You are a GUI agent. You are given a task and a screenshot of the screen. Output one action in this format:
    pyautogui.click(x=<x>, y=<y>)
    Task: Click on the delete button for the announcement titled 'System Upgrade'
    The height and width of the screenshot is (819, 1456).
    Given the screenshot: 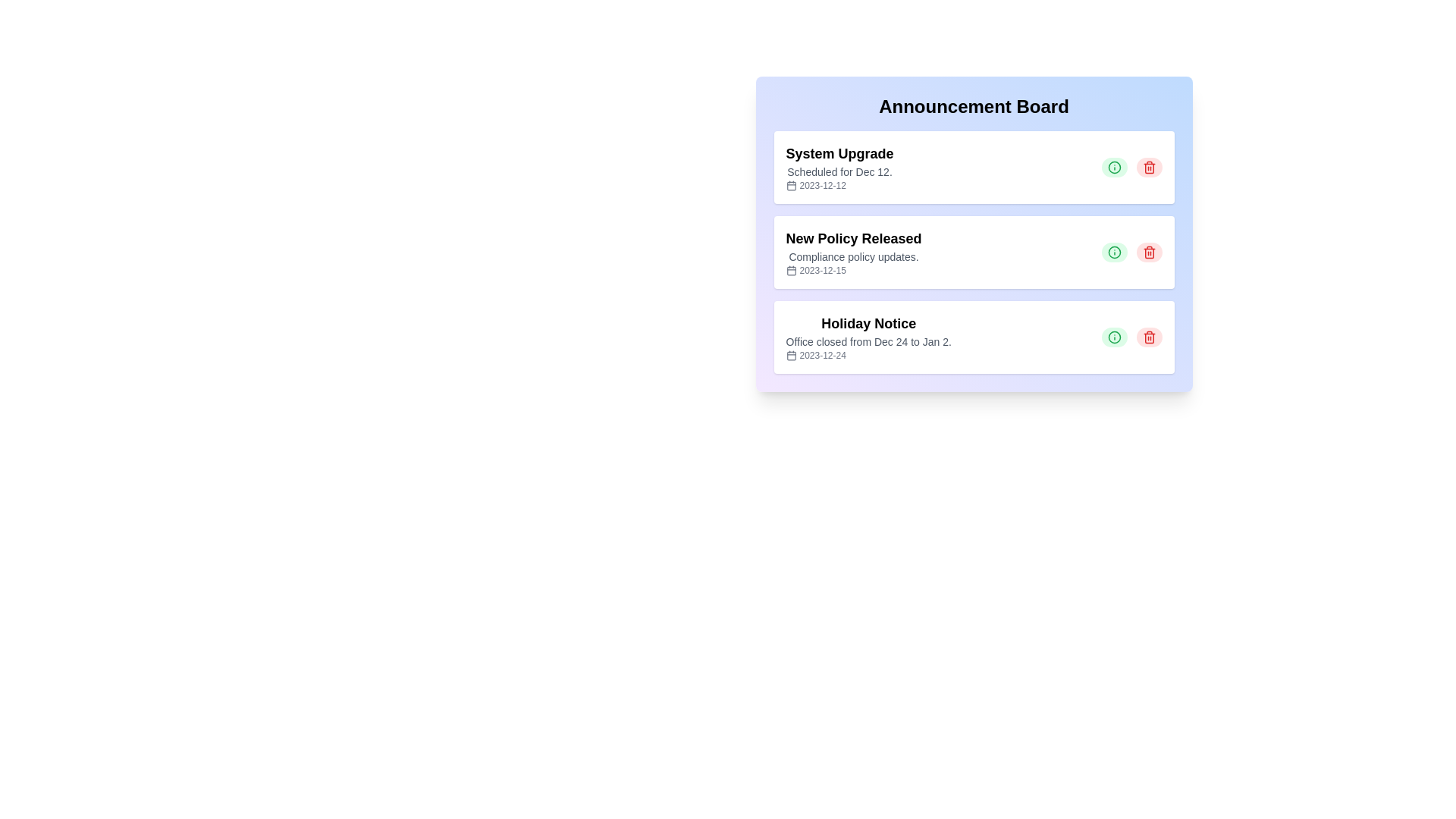 What is the action you would take?
    pyautogui.click(x=1149, y=167)
    